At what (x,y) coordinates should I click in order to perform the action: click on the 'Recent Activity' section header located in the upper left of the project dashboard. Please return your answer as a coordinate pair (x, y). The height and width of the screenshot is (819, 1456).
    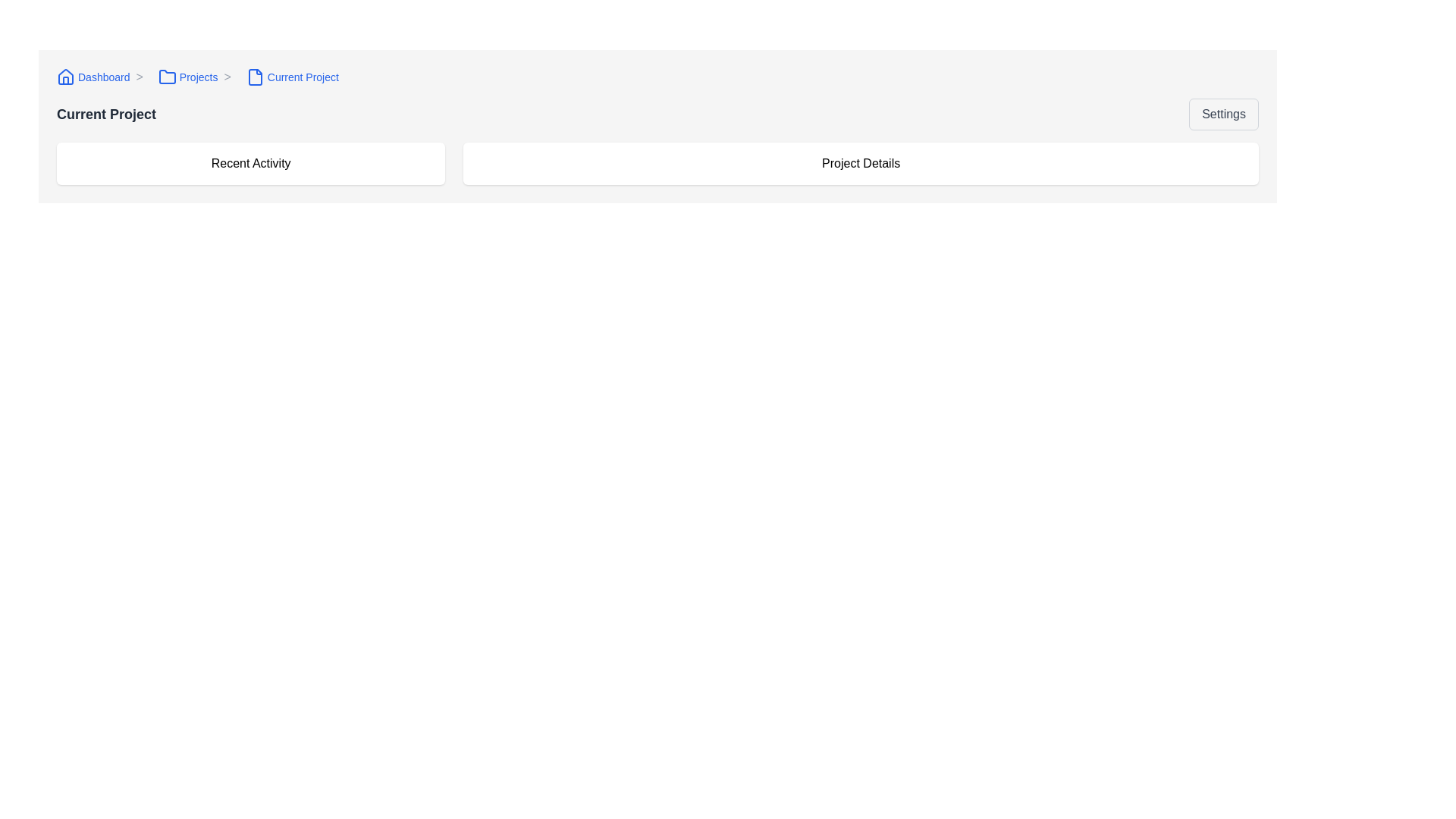
    Looking at the image, I should click on (251, 164).